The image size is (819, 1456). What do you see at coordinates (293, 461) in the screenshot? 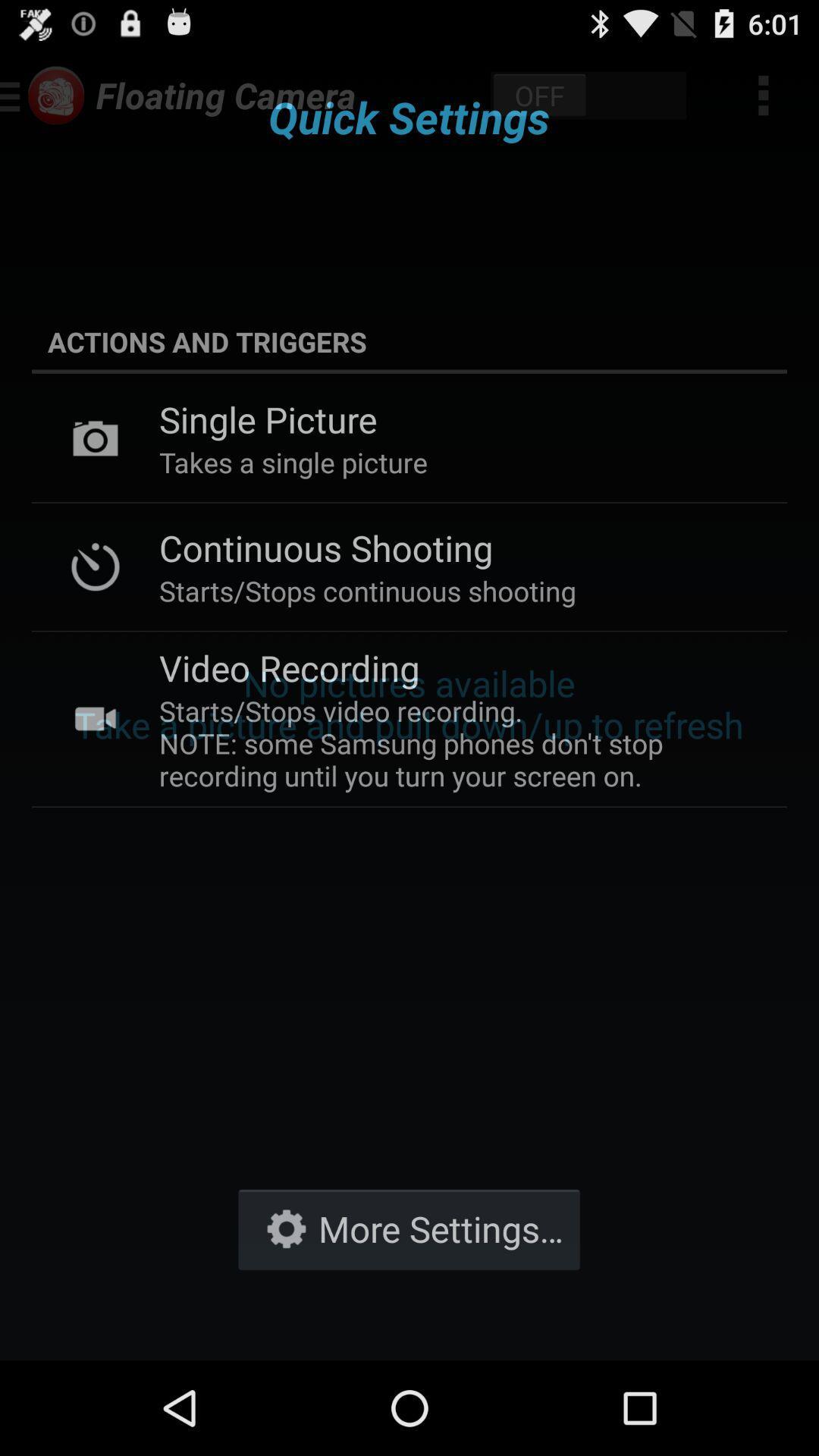
I see `item below single picture icon` at bounding box center [293, 461].